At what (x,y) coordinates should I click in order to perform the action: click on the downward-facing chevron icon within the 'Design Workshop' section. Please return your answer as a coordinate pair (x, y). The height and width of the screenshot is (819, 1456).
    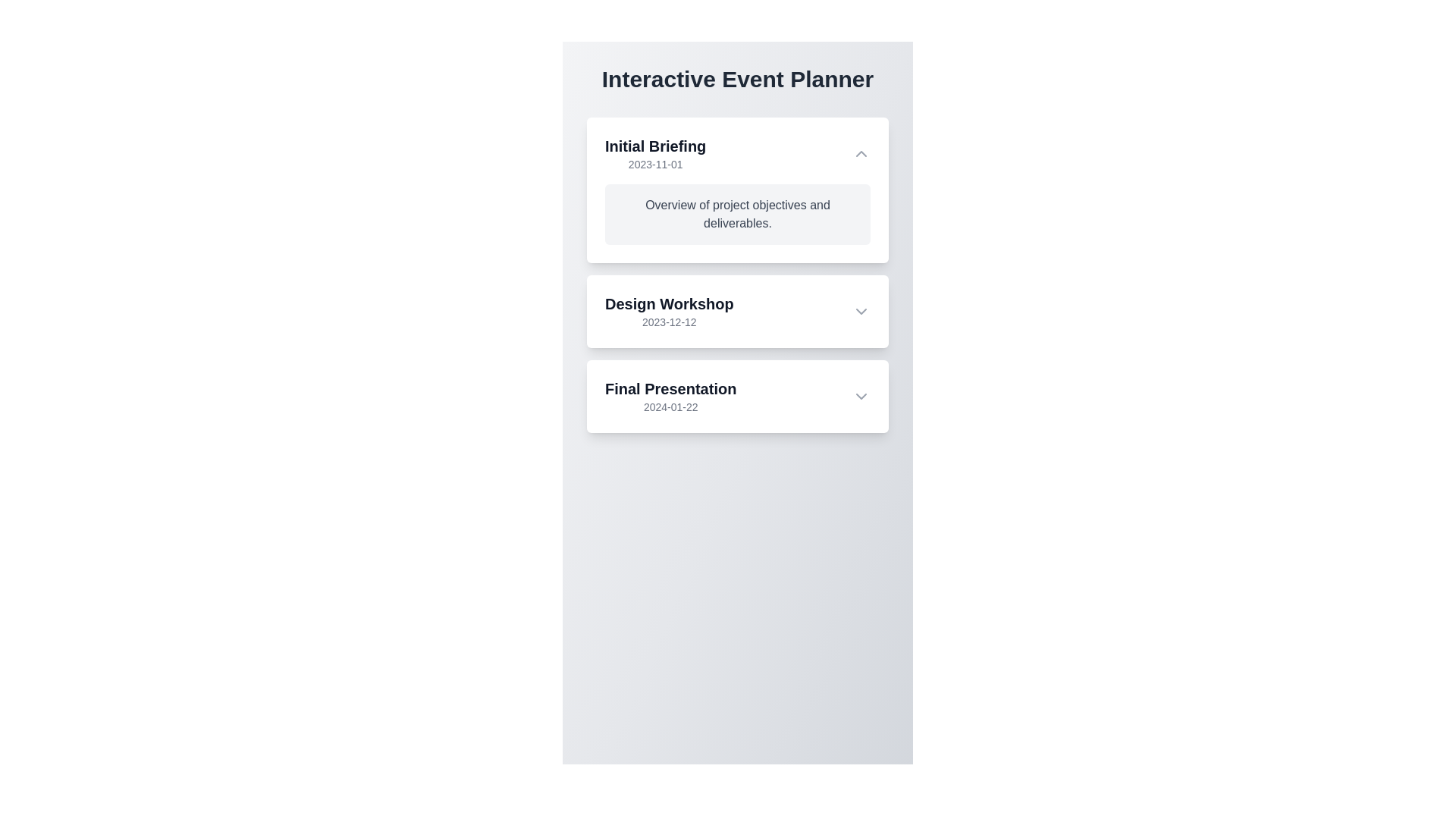
    Looking at the image, I should click on (861, 311).